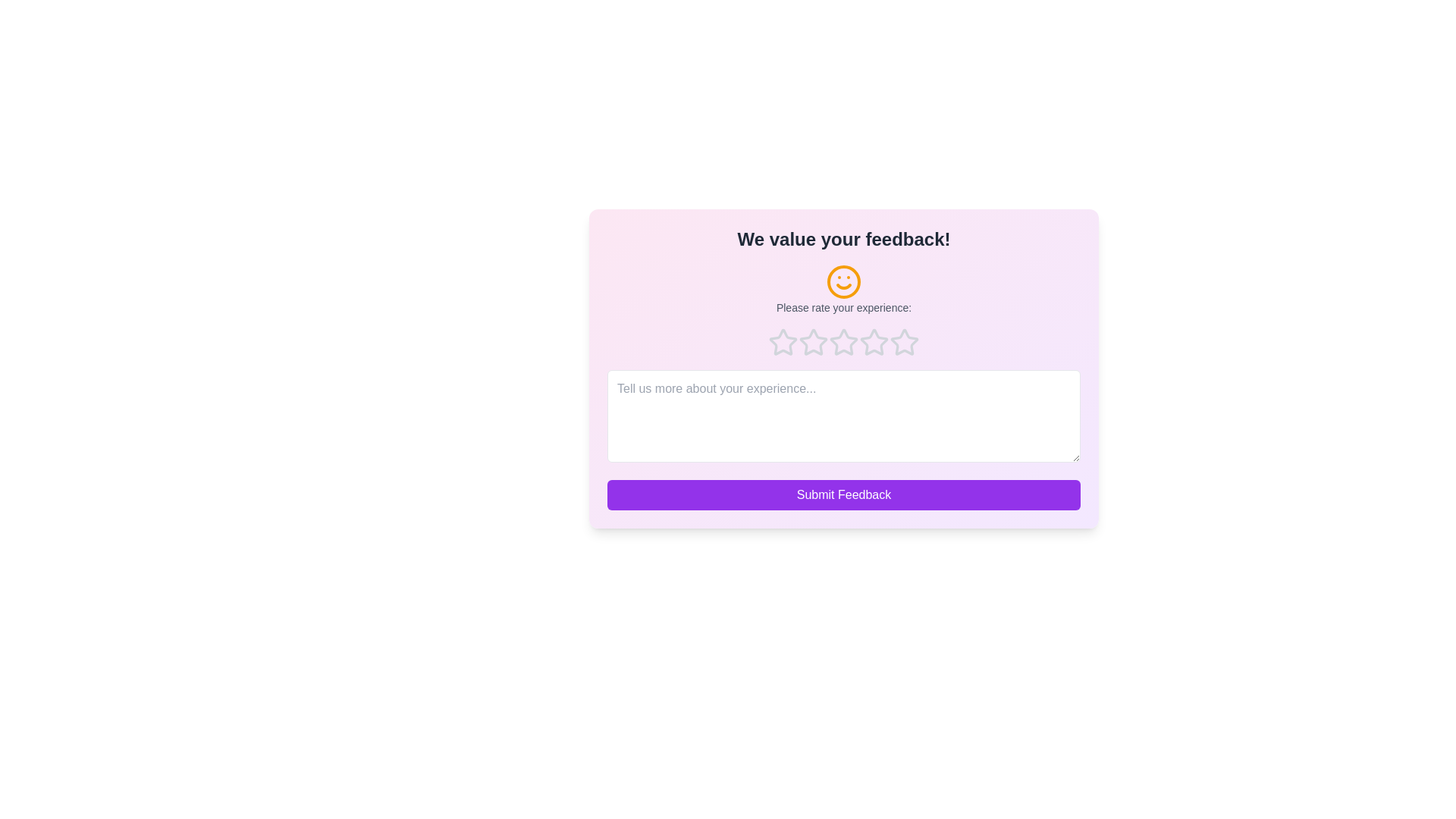  What do you see at coordinates (843, 494) in the screenshot?
I see `the rectangular button with a purple background and white text labeled 'Submit Feedback' located at the bottom of the feedback form` at bounding box center [843, 494].